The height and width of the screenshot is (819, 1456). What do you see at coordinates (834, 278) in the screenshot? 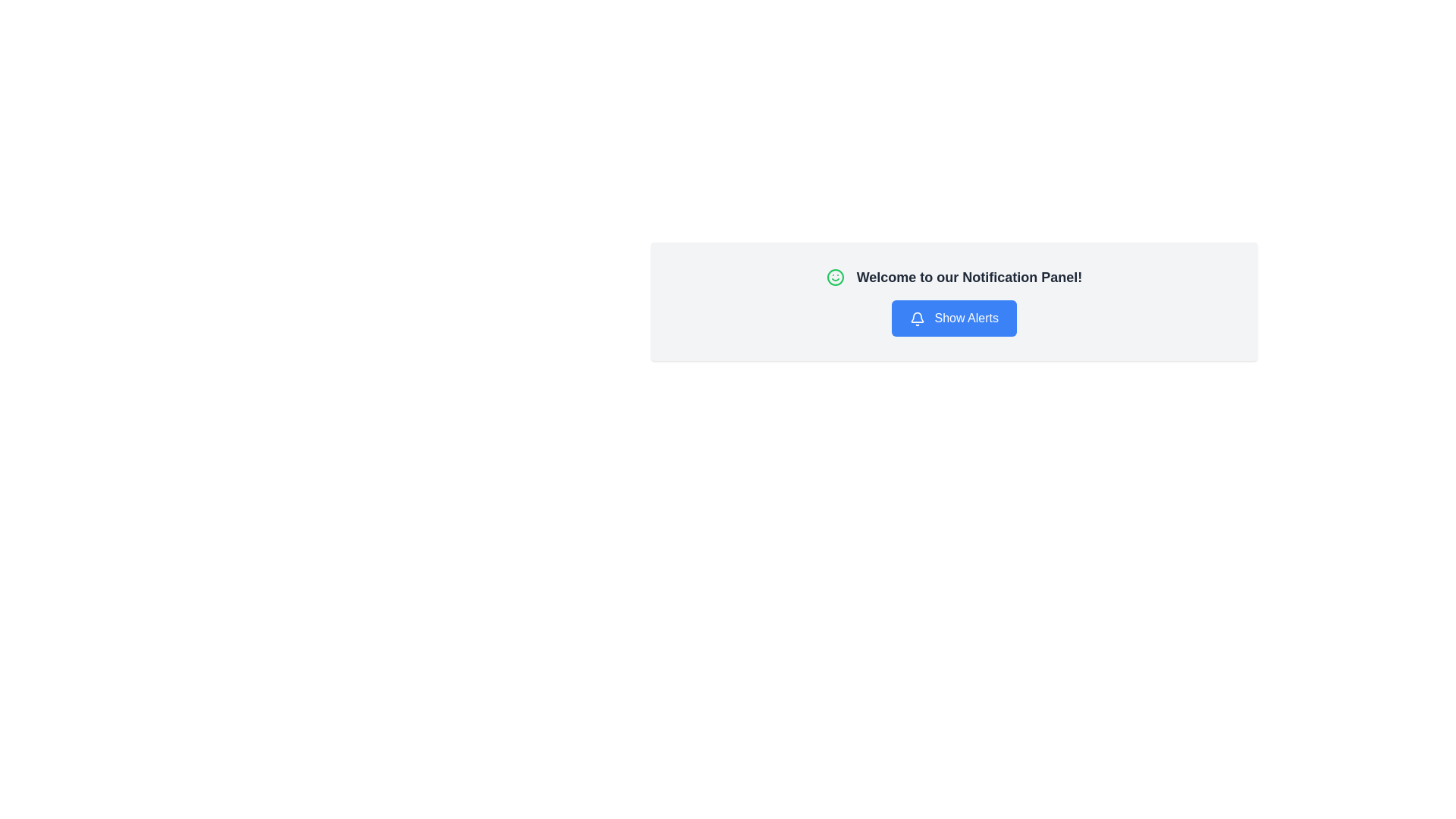
I see `the SVG circle that serves as a decorative element of the smiley icon located near the top-left of the notification panel` at bounding box center [834, 278].